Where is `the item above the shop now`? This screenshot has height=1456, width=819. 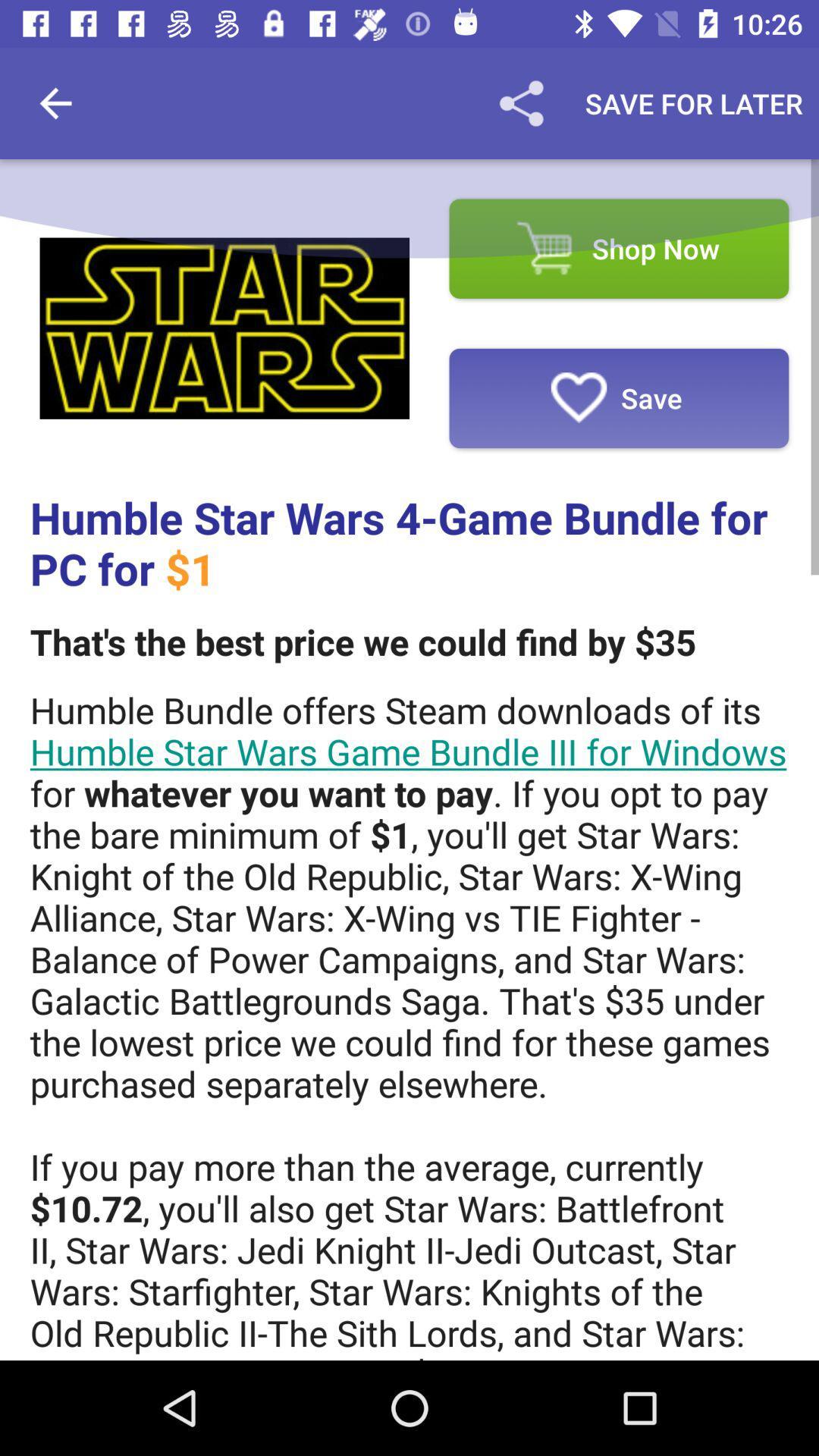 the item above the shop now is located at coordinates (694, 102).